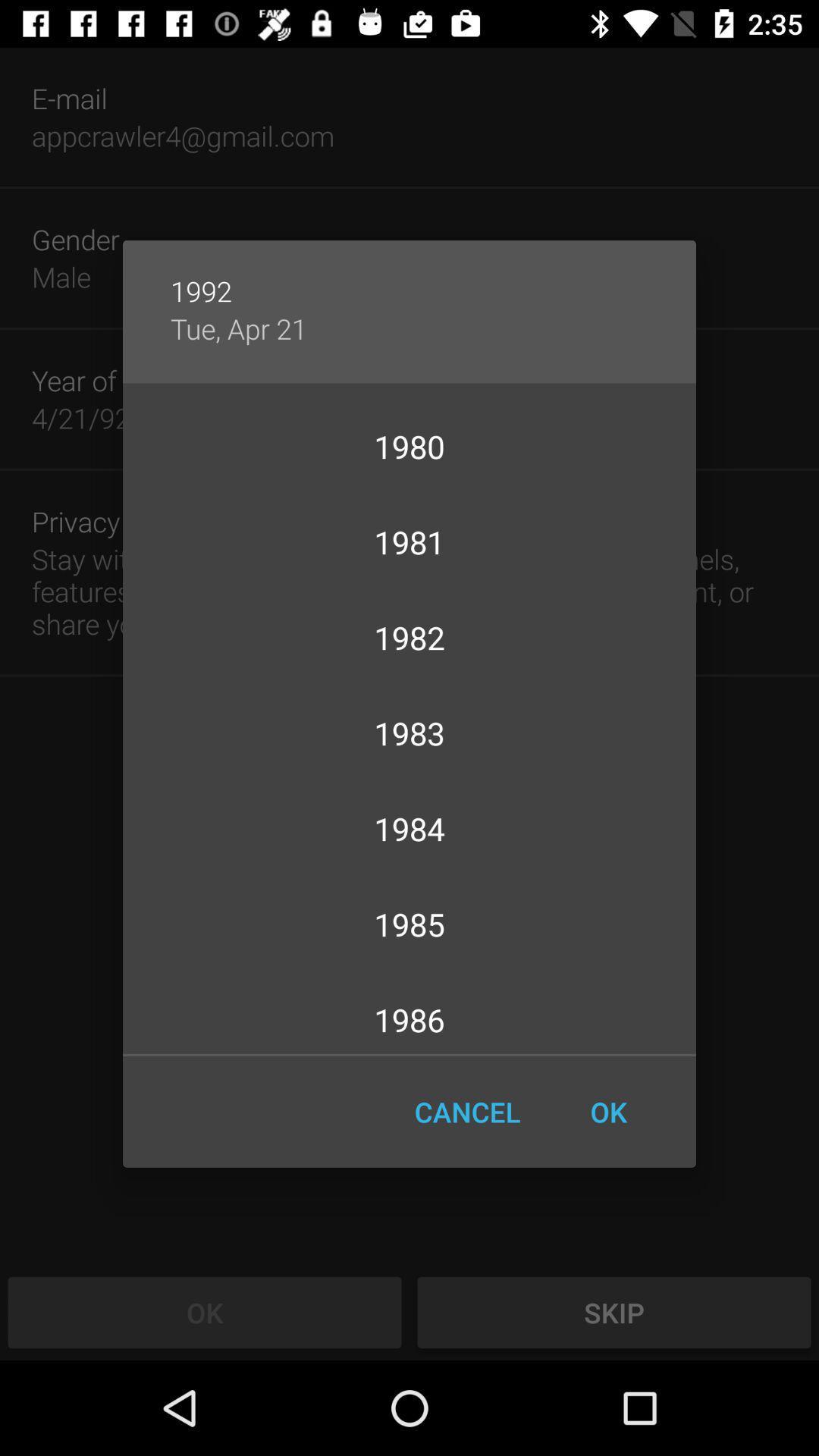 This screenshot has width=819, height=1456. What do you see at coordinates (607, 1112) in the screenshot?
I see `the ok icon` at bounding box center [607, 1112].